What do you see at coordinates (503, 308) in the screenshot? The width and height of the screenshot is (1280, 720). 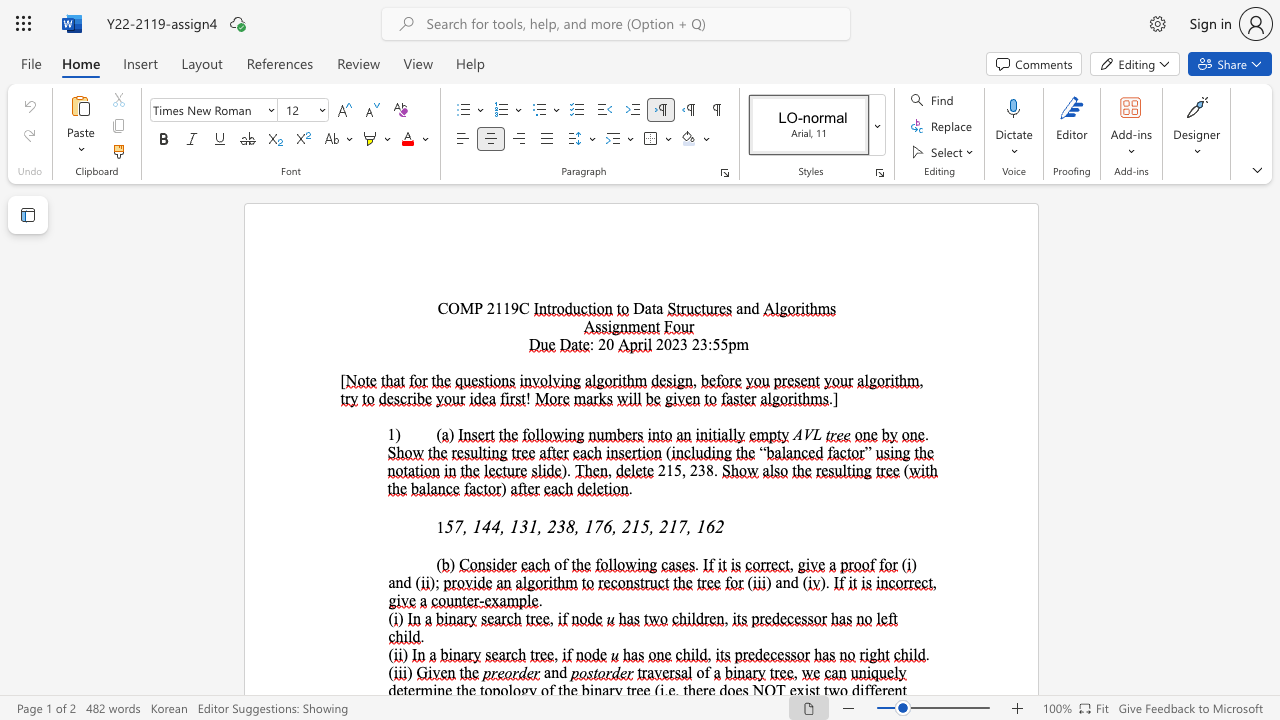 I see `the subset text "19C" within the text "COMP 2119C"` at bounding box center [503, 308].